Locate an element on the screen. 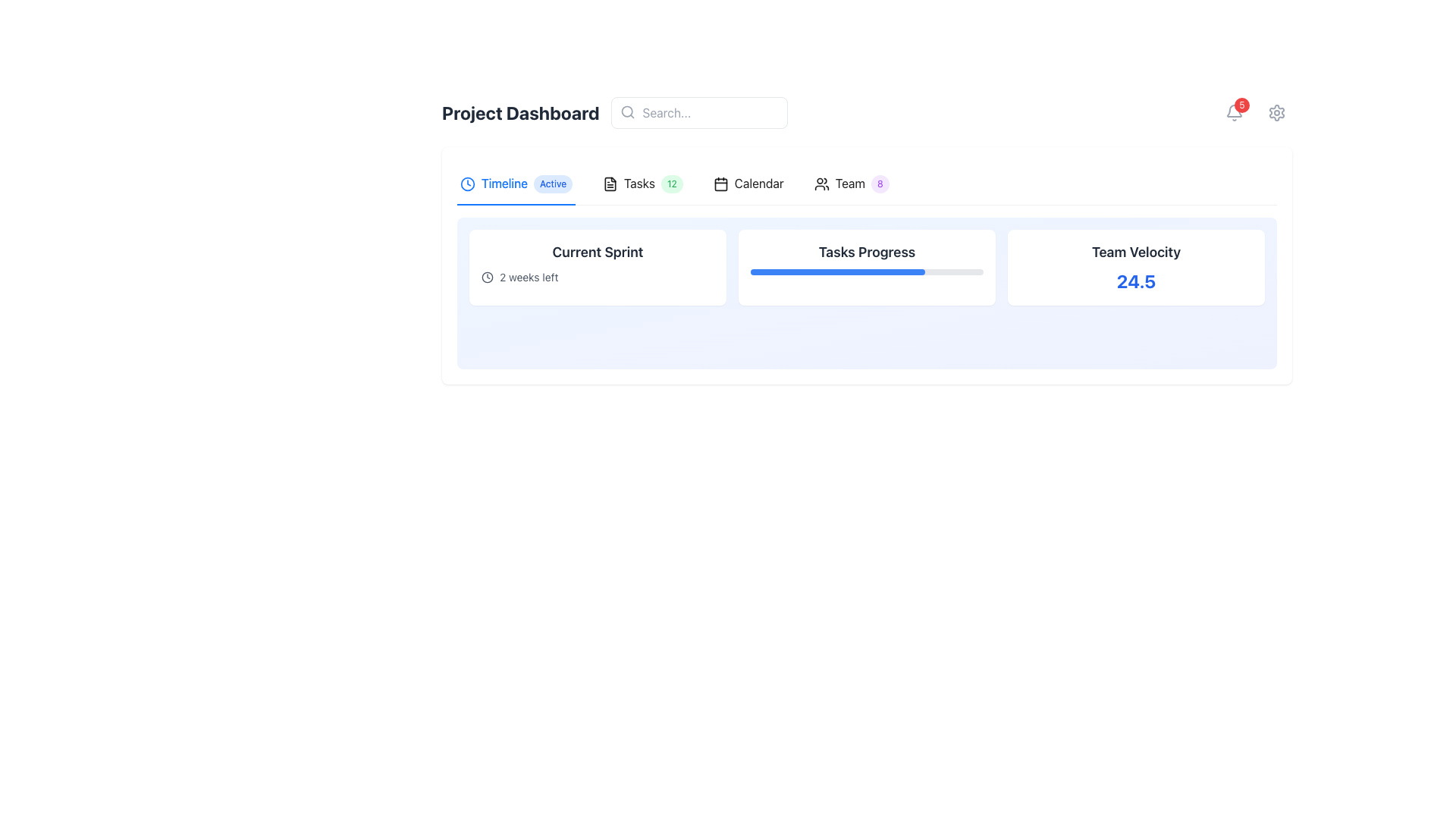  the outer circle of the clock icon, which is styled with a thin stroke outline and is located left of the 'Timeline' tab in the navigation bar is located at coordinates (467, 183).